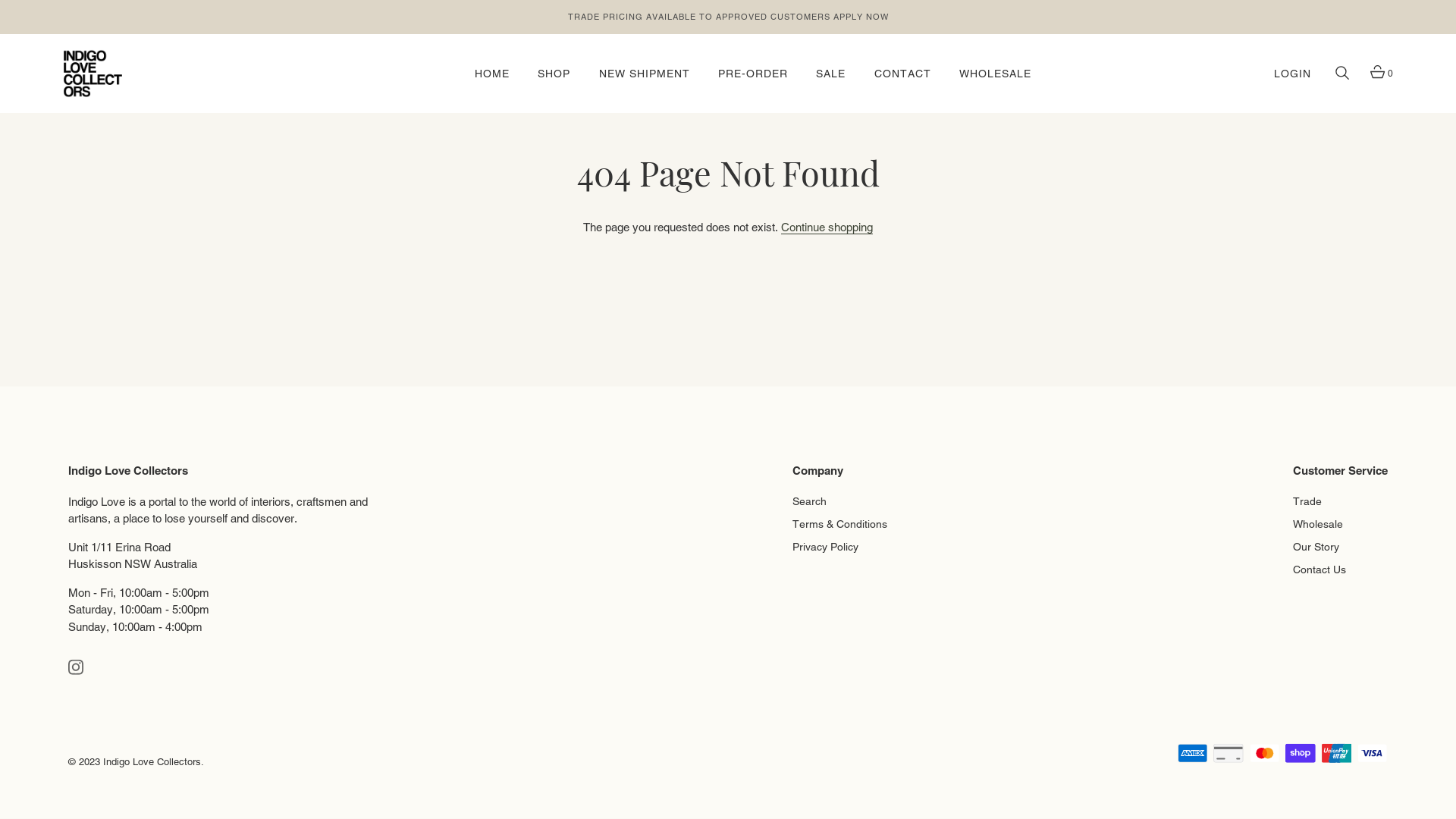 This screenshot has width=1456, height=819. I want to click on 'Wholesale', so click(1316, 520).